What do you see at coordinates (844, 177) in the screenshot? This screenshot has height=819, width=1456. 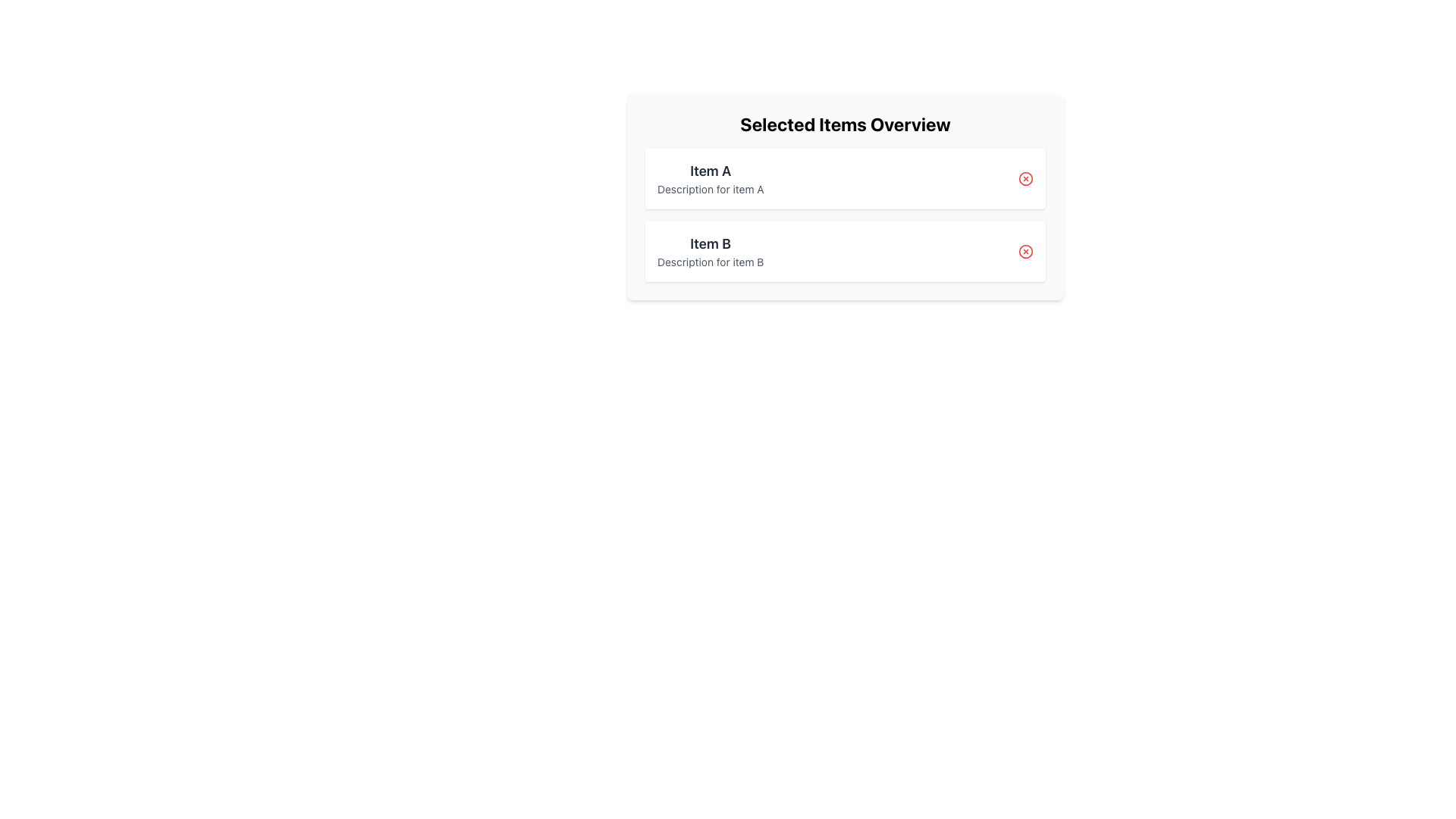 I see `details of the first List item card, which contains 'Item A' in bold and 'Description for item A'` at bounding box center [844, 177].